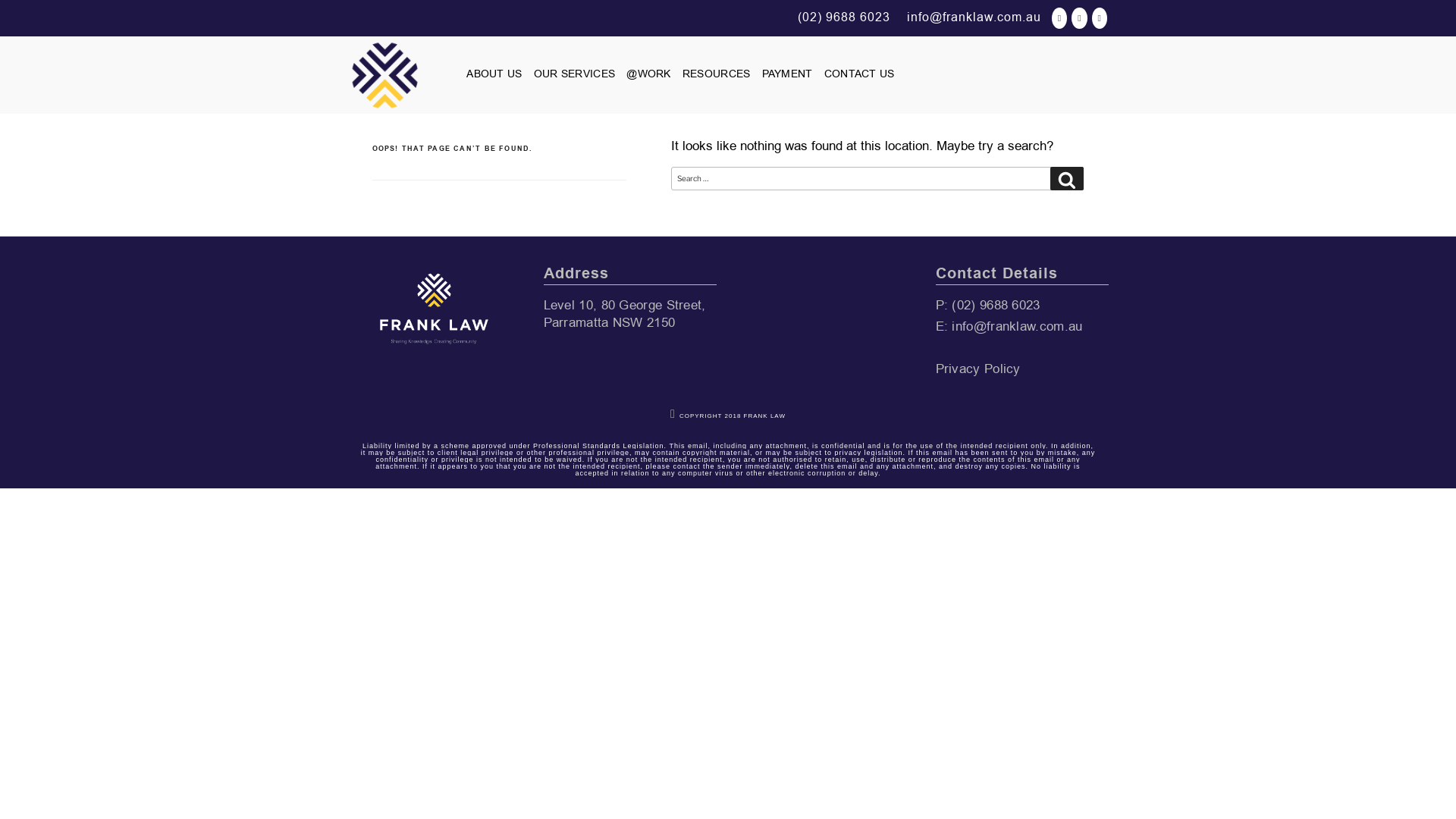 Image resolution: width=1456 pixels, height=819 pixels. Describe the element at coordinates (786, 74) in the screenshot. I see `'PAYMENT'` at that location.